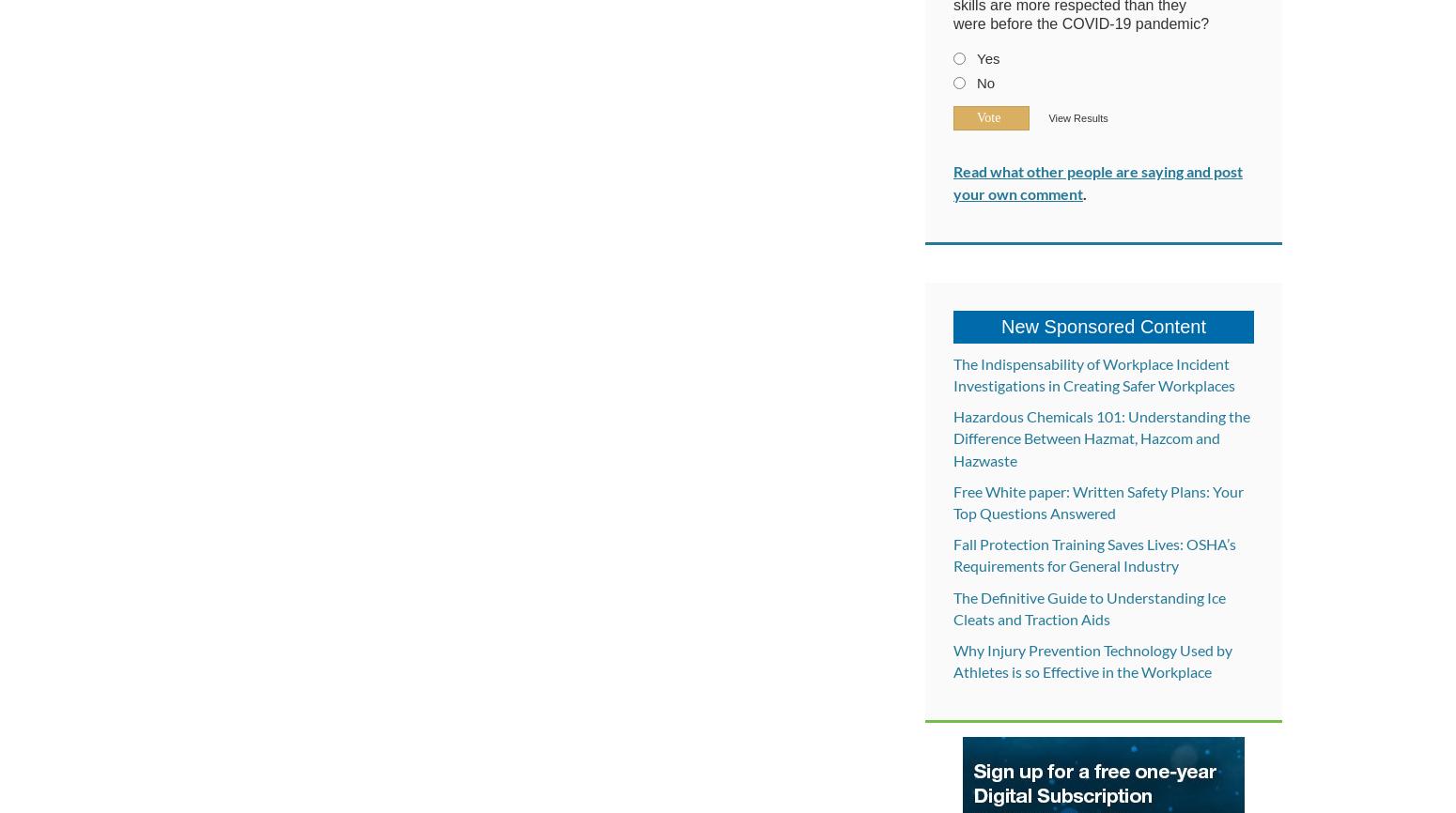 The image size is (1456, 813). What do you see at coordinates (1102, 437) in the screenshot?
I see `'Hazardous Chemicals 101: Understanding the Difference Between Hazmat, Hazcom and Hazwaste'` at bounding box center [1102, 437].